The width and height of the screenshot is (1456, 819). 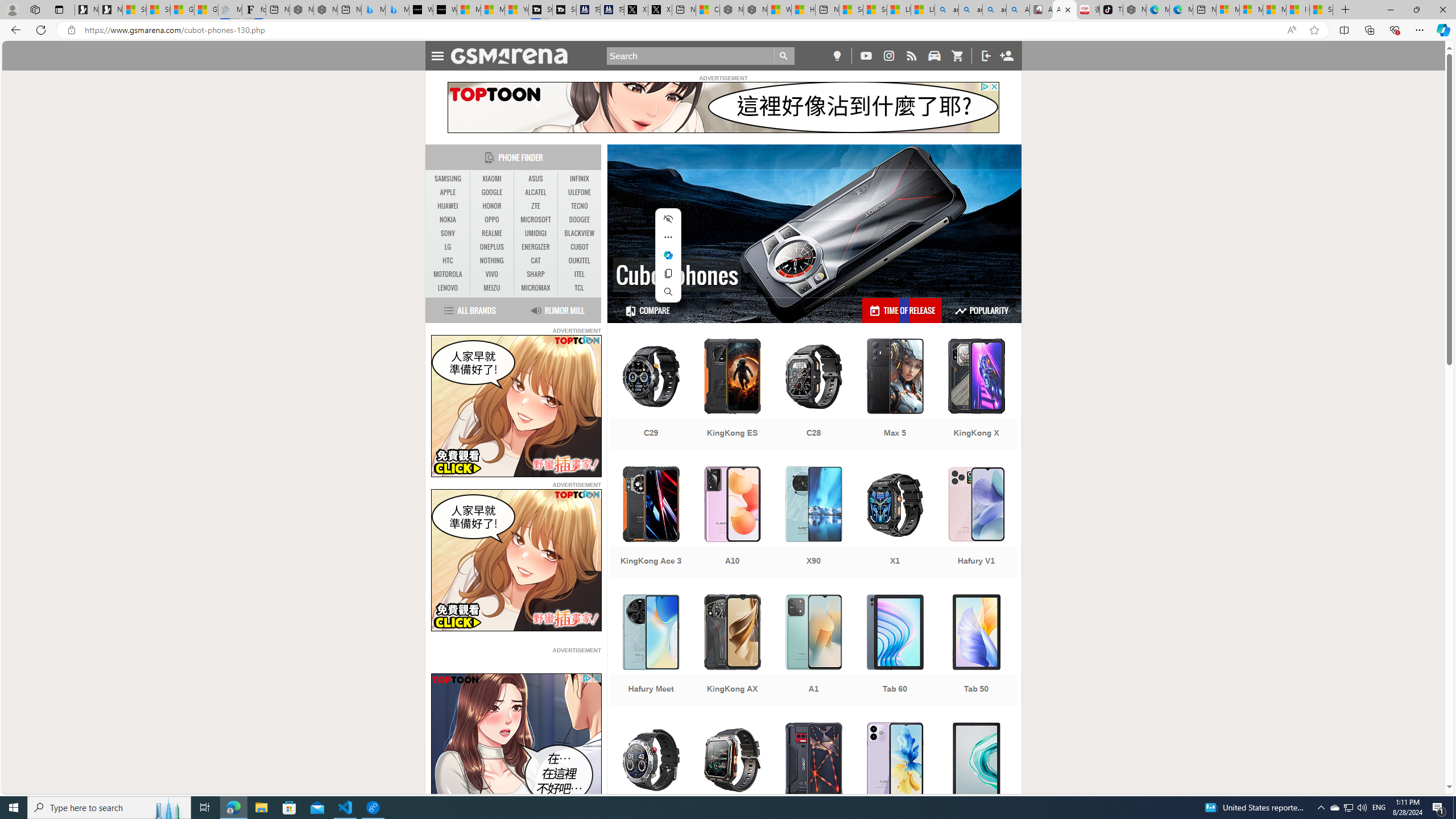 I want to click on 'Huge shark washes ashore at New York City beach | Watch', so click(x=802, y=9).